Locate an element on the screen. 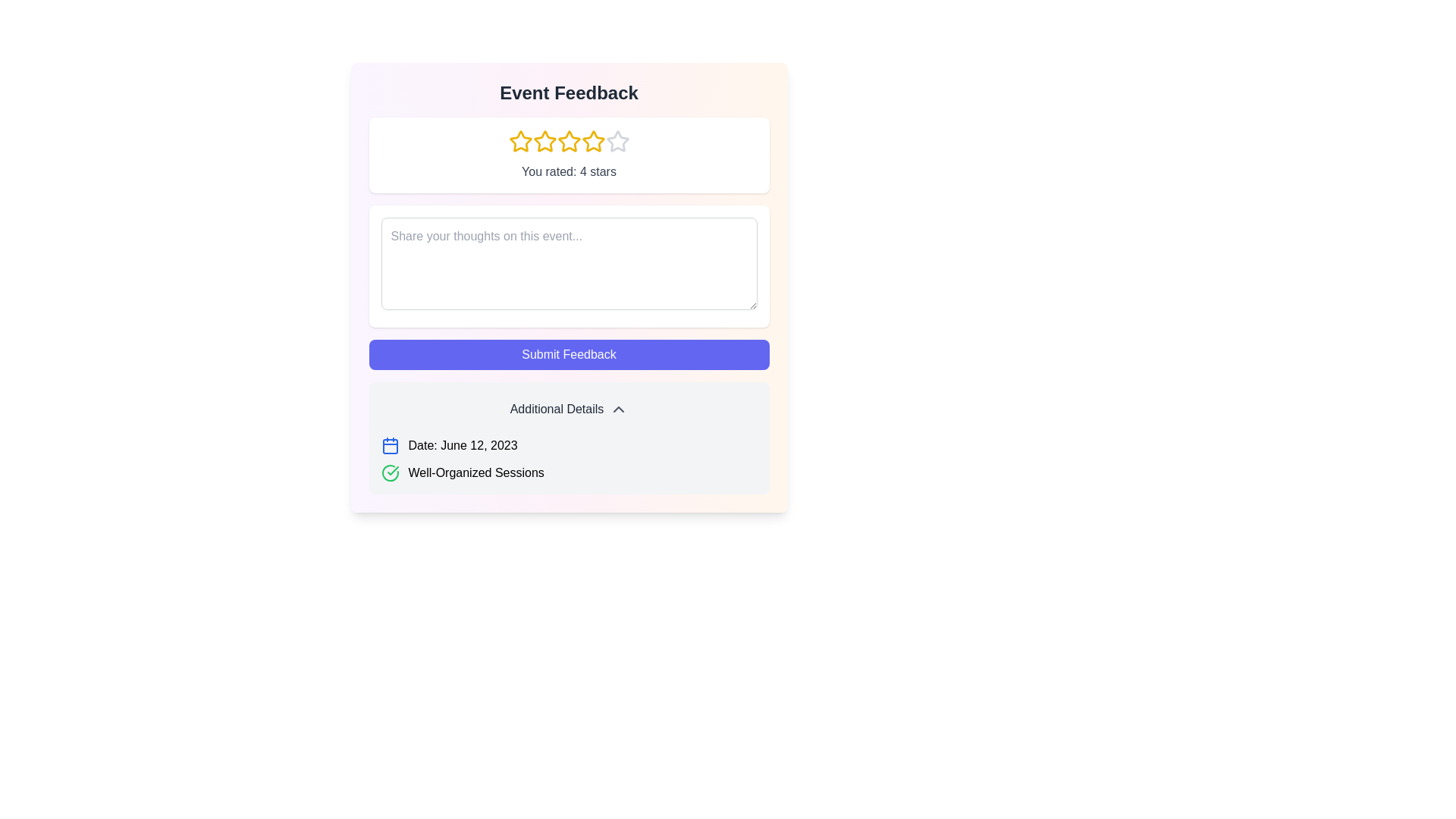 Image resolution: width=1456 pixels, height=819 pixels. the first star icon in the 5-star rating system to rate the event one star is located at coordinates (520, 141).